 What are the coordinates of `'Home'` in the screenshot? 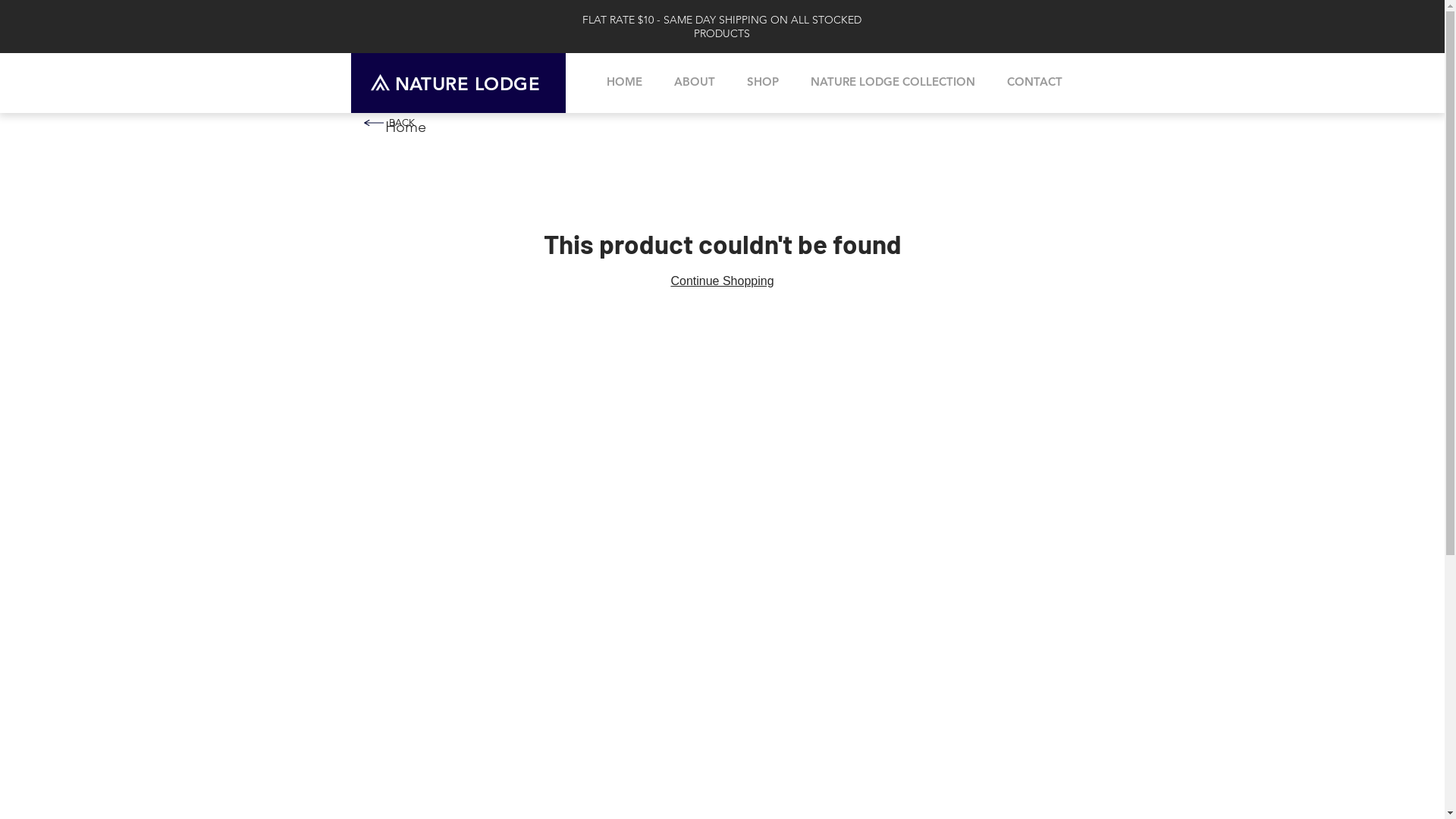 It's located at (405, 125).